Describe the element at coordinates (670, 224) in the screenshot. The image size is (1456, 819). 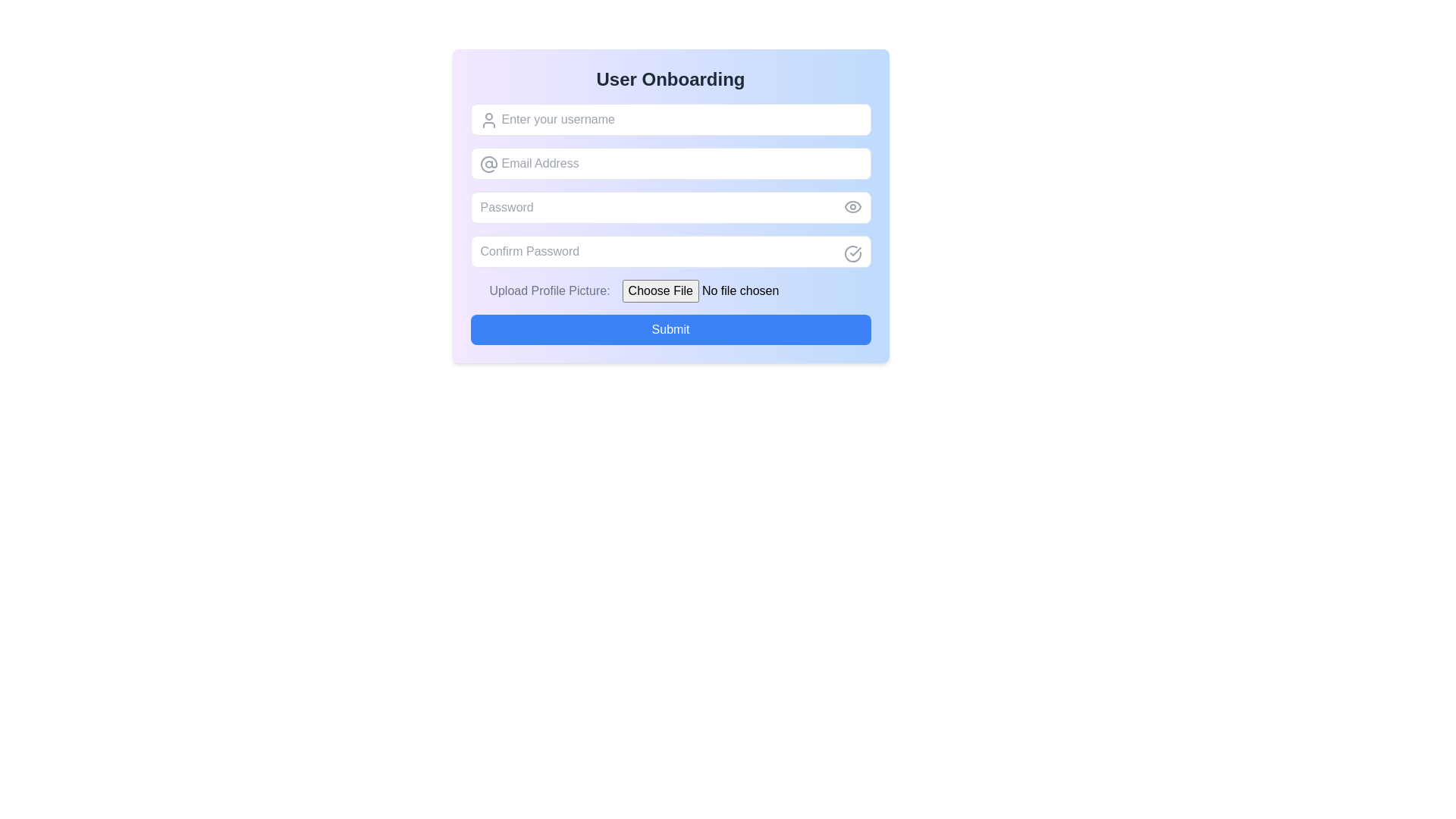
I see `the composite form containing input fields and a submit button under the 'User Onboarding' heading` at that location.